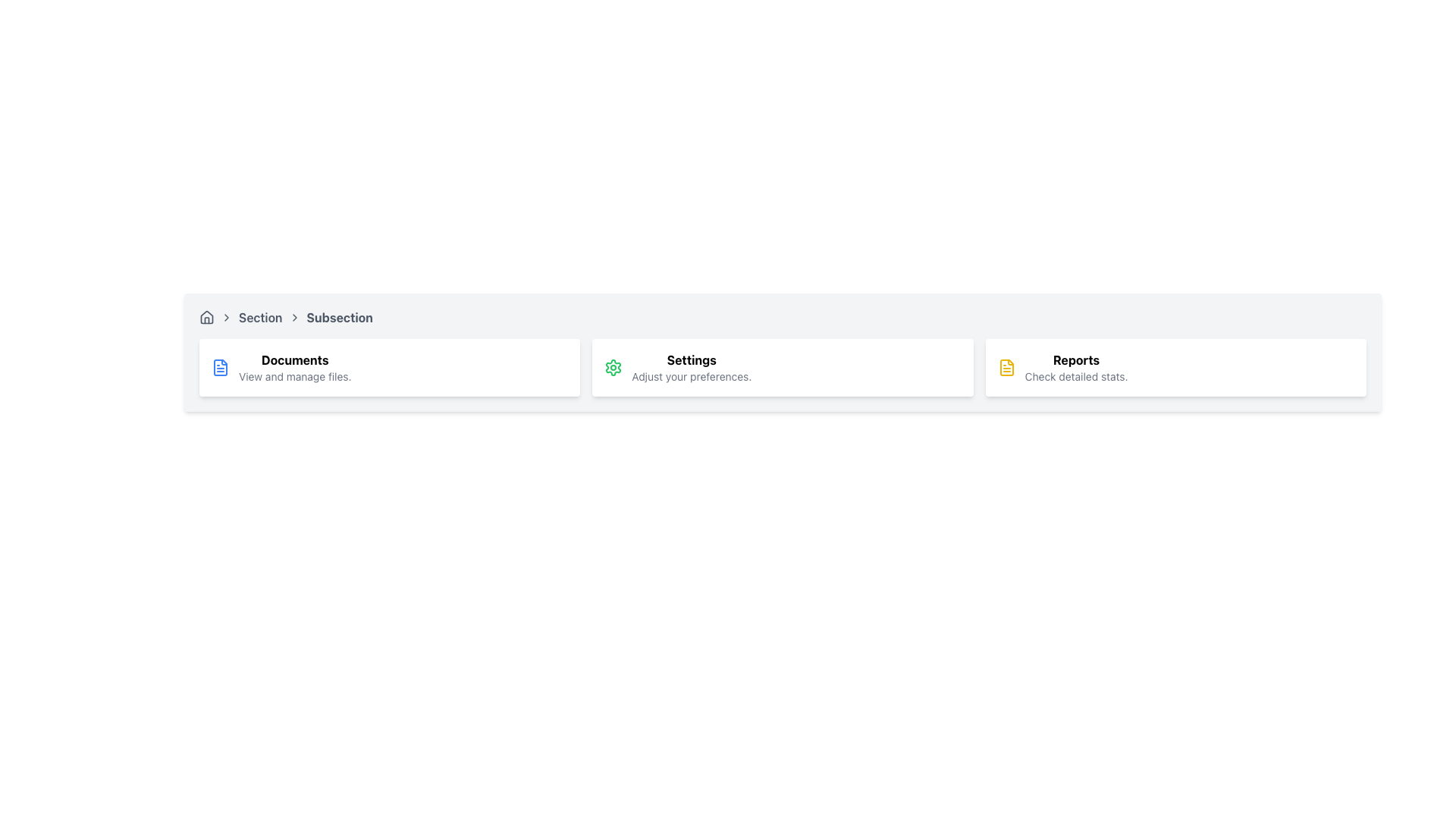  I want to click on title label for the 'Reports' section, which is positioned in the third column of the layout, above descriptive text and next to a yellow document icon, so click(1075, 359).